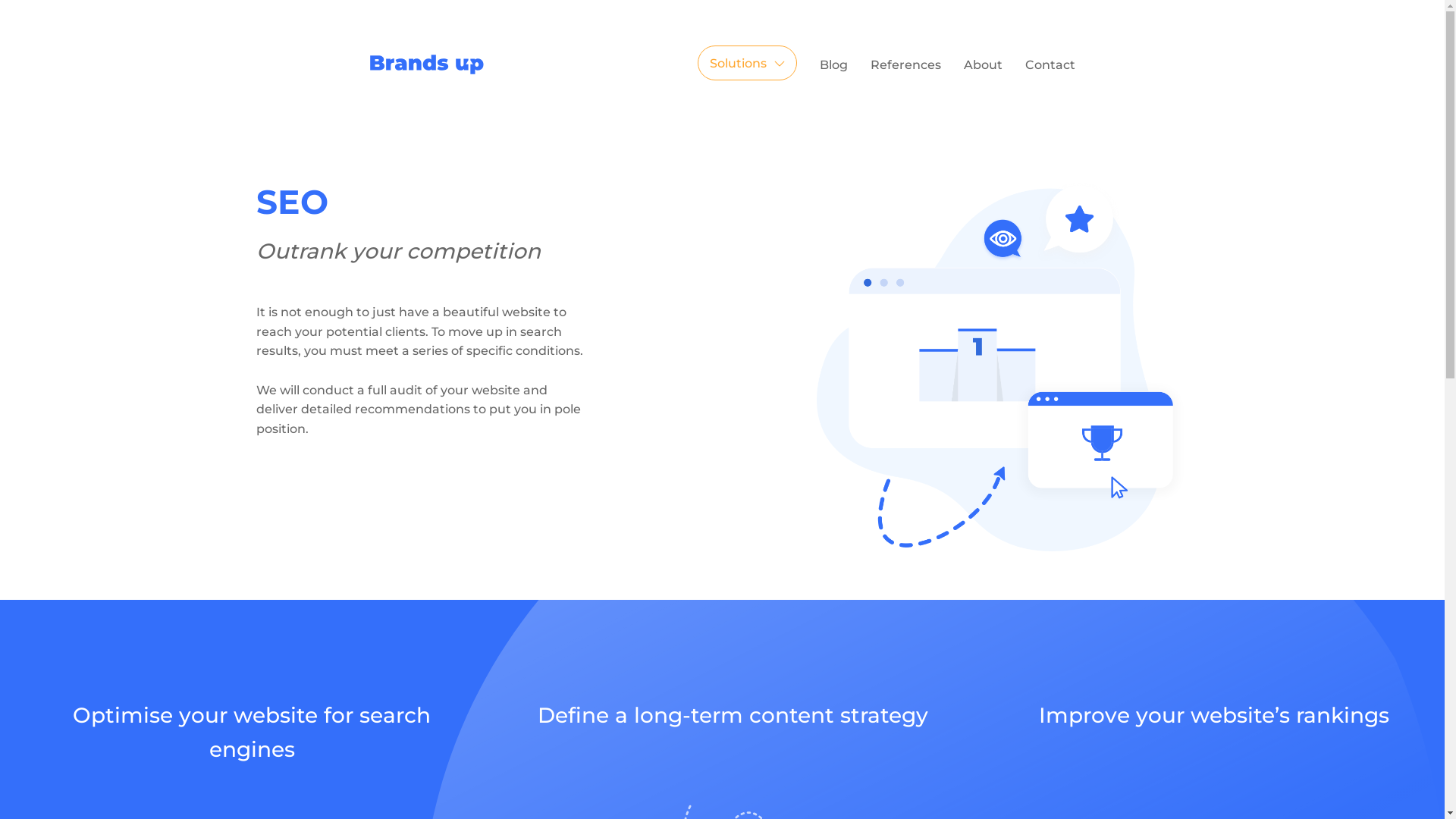 The image size is (1456, 819). Describe the element at coordinates (982, 64) in the screenshot. I see `'About'` at that location.